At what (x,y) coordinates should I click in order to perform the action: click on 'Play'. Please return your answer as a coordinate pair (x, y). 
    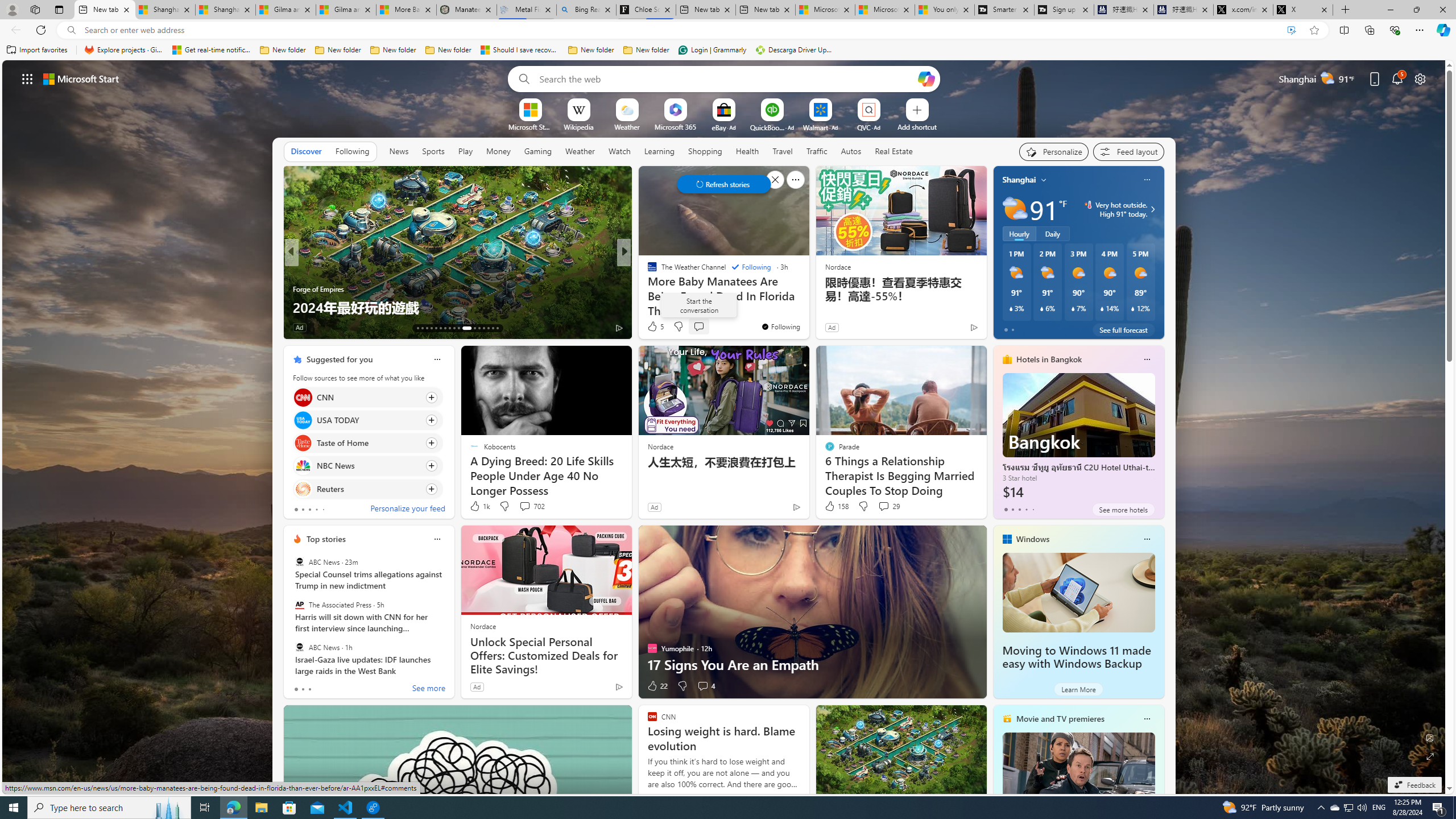
    Looking at the image, I should click on (464, 150).